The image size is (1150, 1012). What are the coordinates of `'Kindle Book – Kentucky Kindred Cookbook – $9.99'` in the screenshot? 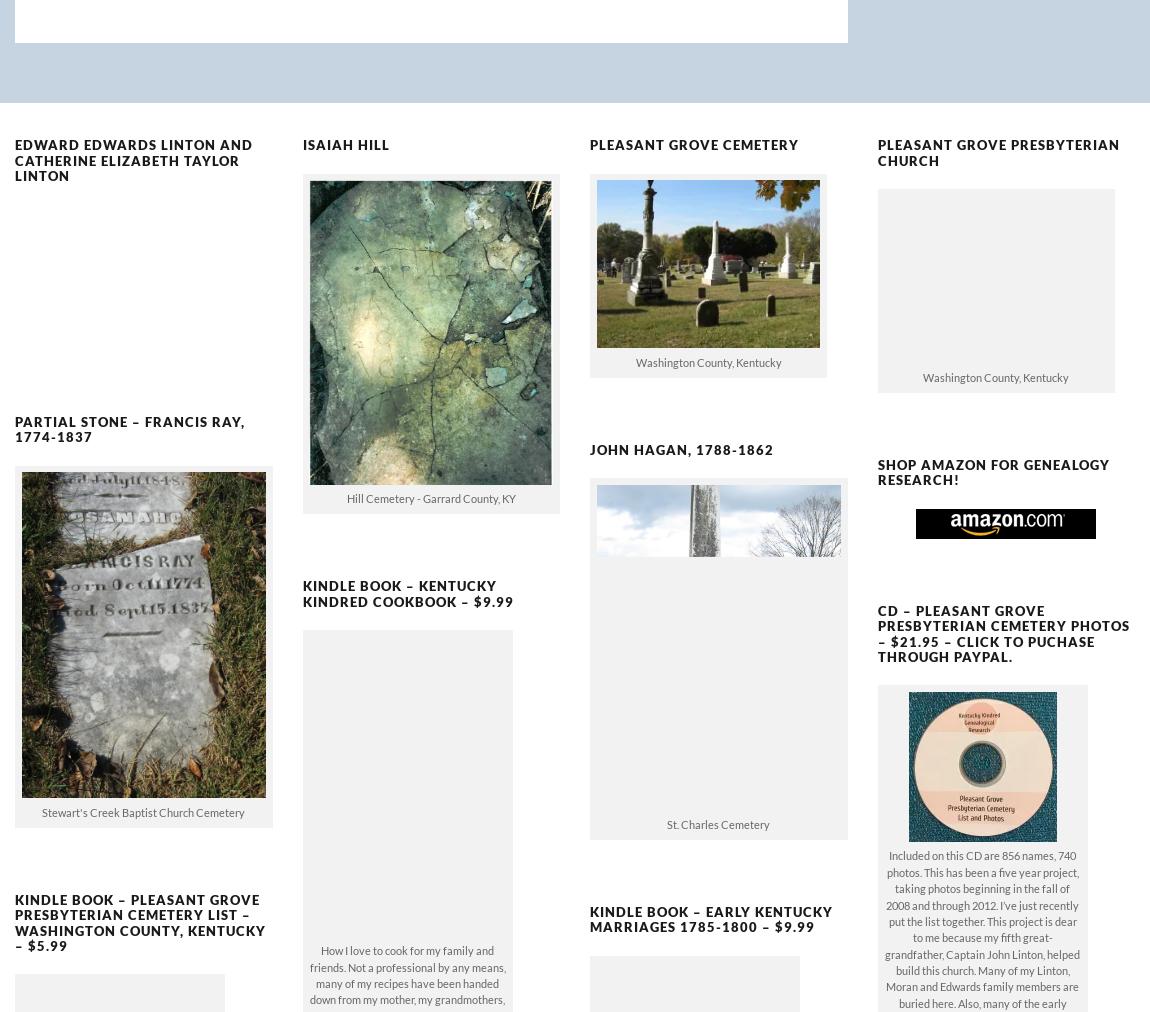 It's located at (407, 559).